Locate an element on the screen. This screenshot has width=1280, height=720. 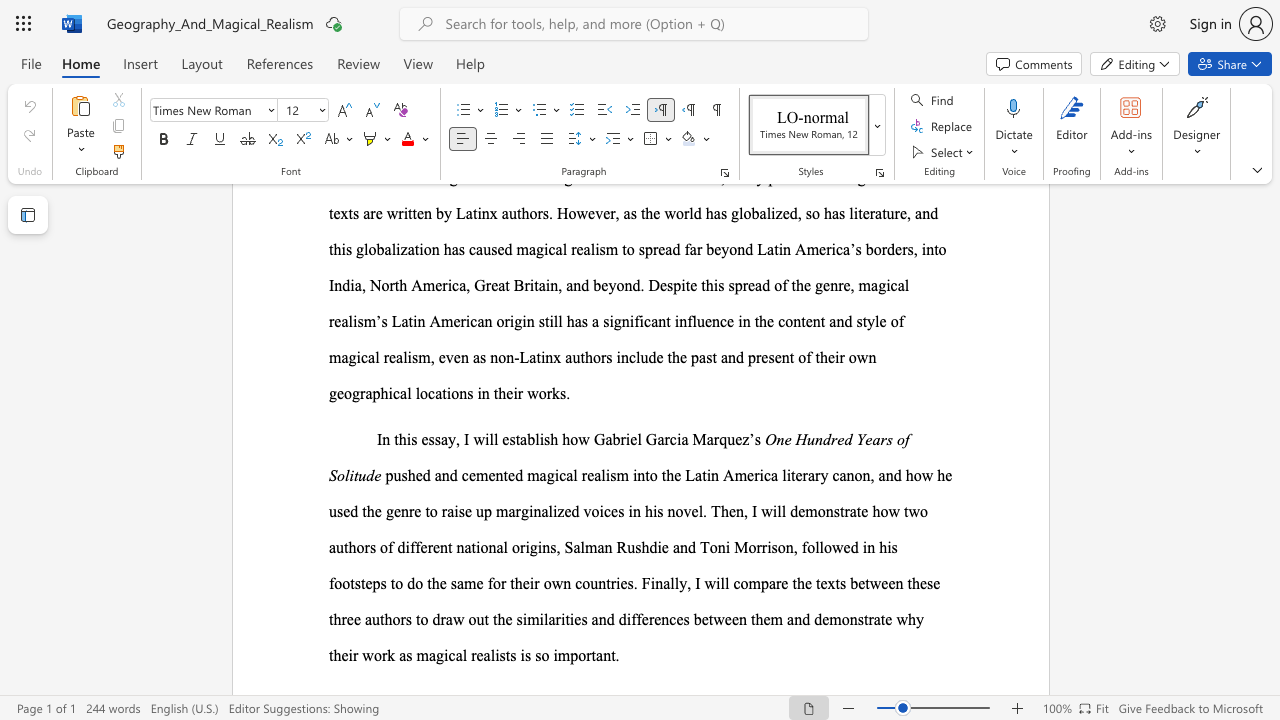
the subset text "larities and differences between t" within the text "to do the same for their own countries. Finally, I will compare the texts between these three authors to draw out the similarities and differences between them and" is located at coordinates (544, 618).